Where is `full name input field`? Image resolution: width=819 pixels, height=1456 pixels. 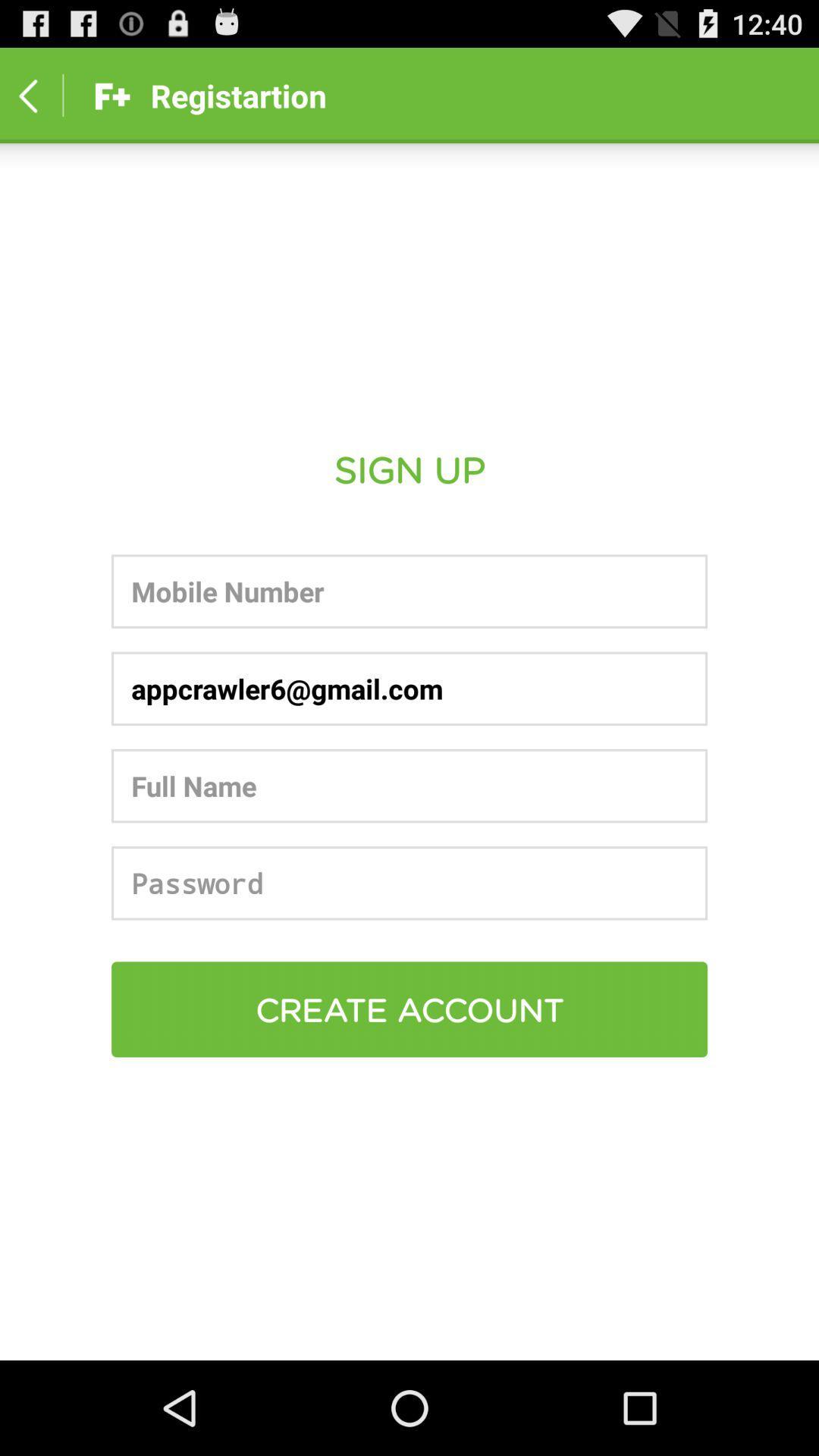 full name input field is located at coordinates (409, 786).